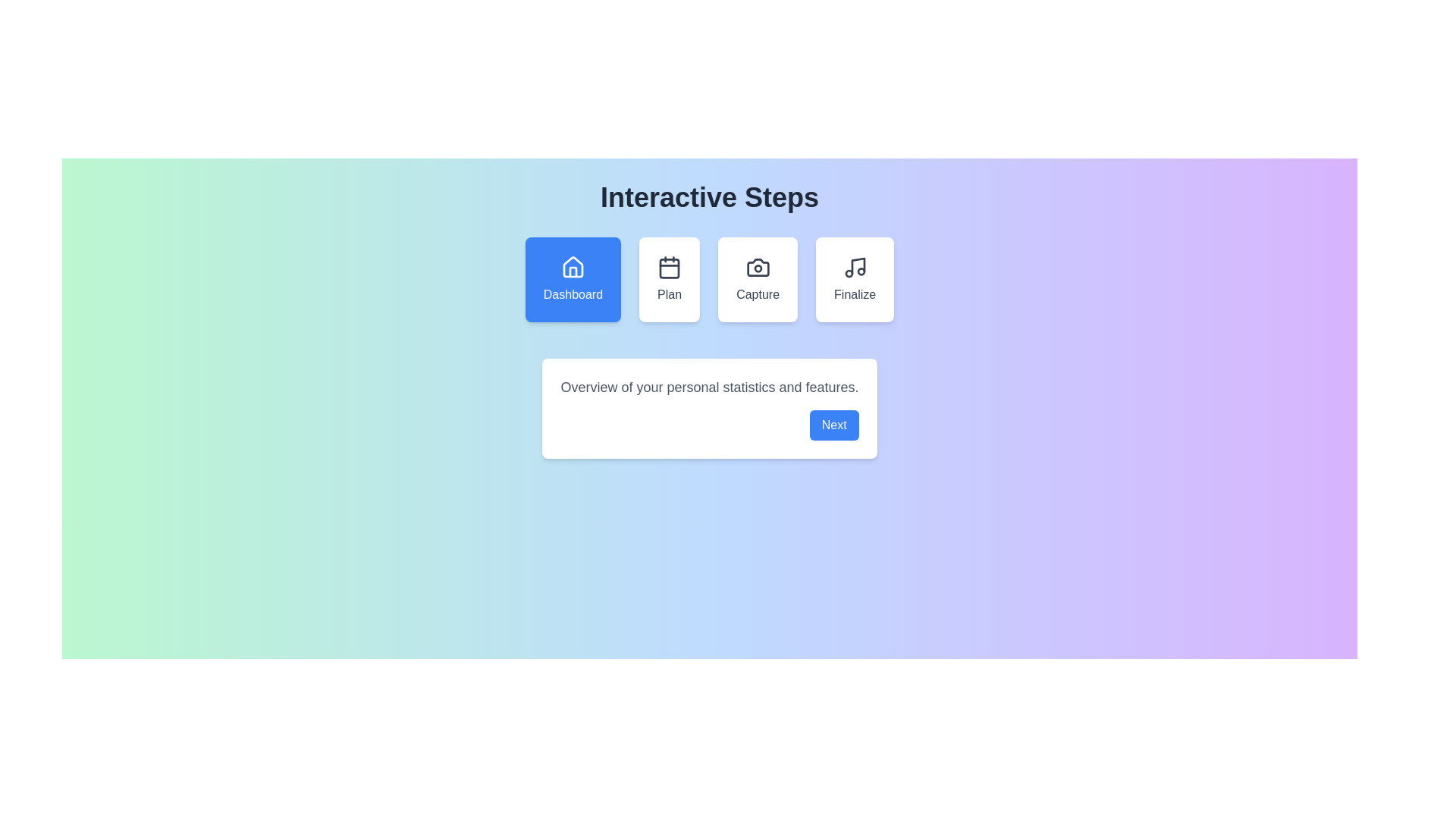 Image resolution: width=1456 pixels, height=819 pixels. What do you see at coordinates (669, 280) in the screenshot?
I see `the step Plan by clicking on its icon` at bounding box center [669, 280].